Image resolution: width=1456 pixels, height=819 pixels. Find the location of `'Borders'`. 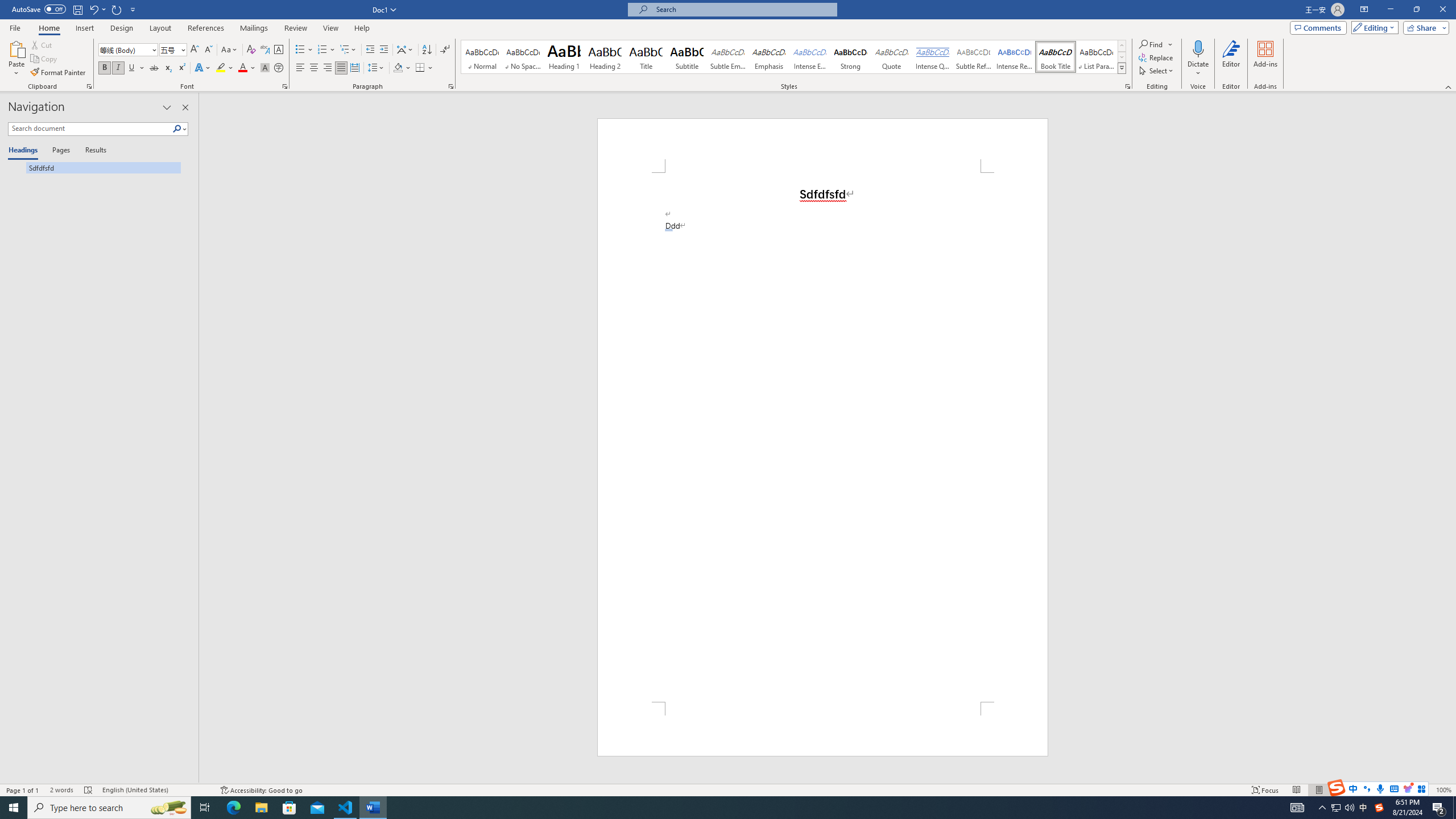

'Borders' is located at coordinates (424, 67).